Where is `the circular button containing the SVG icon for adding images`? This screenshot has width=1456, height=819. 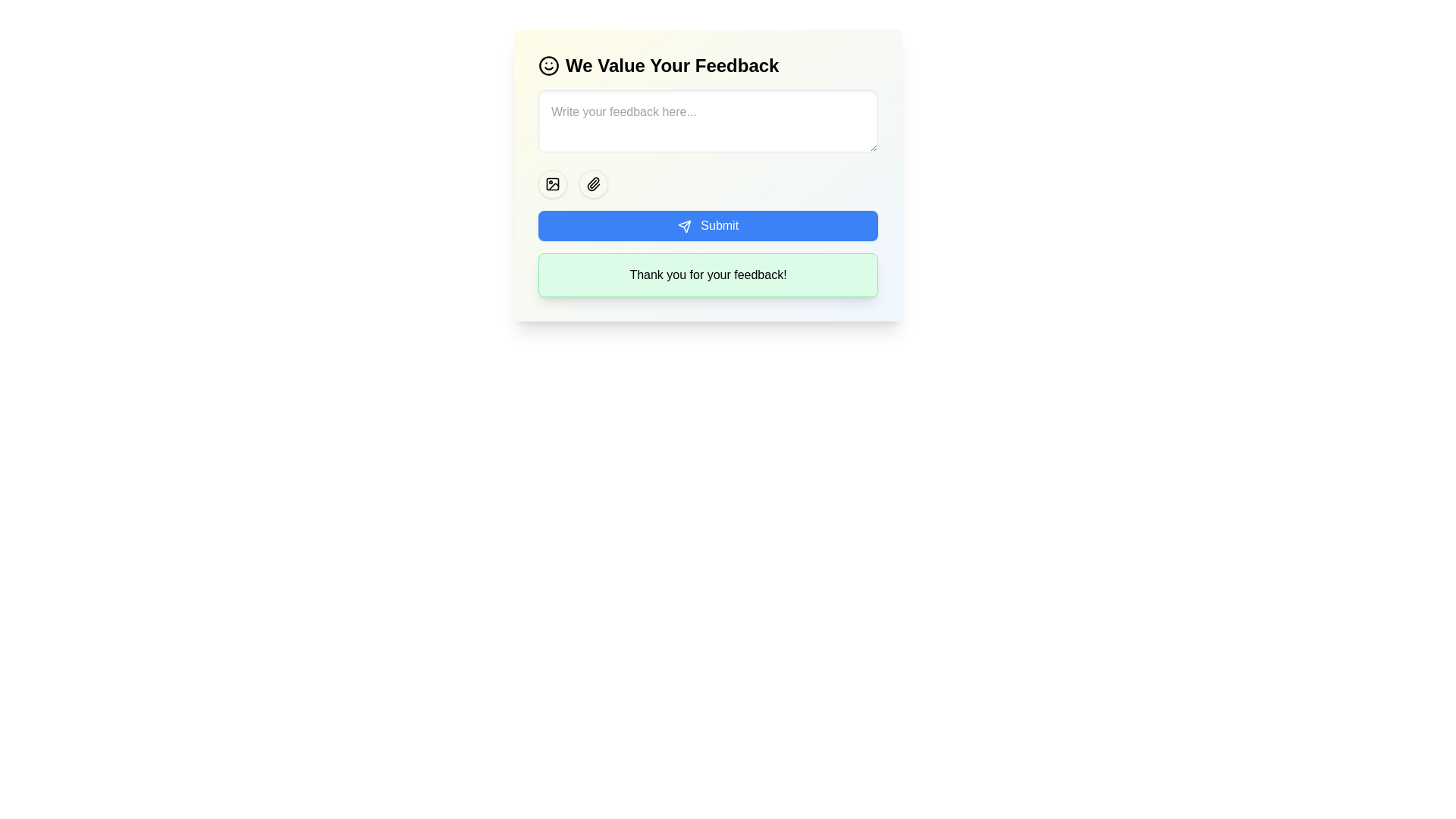 the circular button containing the SVG icon for adding images is located at coordinates (552, 184).